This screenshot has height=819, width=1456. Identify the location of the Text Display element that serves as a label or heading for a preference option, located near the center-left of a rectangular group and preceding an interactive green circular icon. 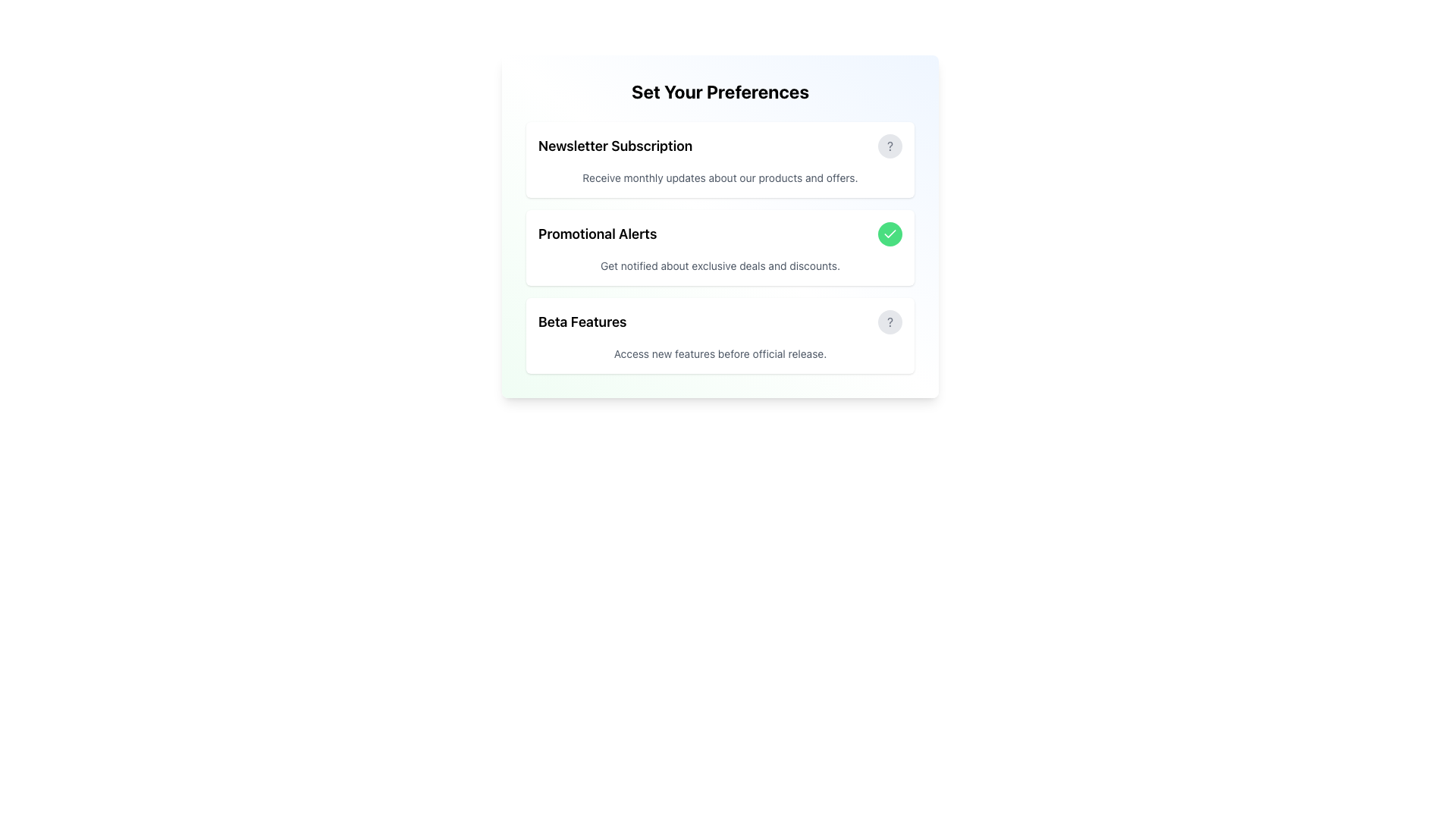
(597, 234).